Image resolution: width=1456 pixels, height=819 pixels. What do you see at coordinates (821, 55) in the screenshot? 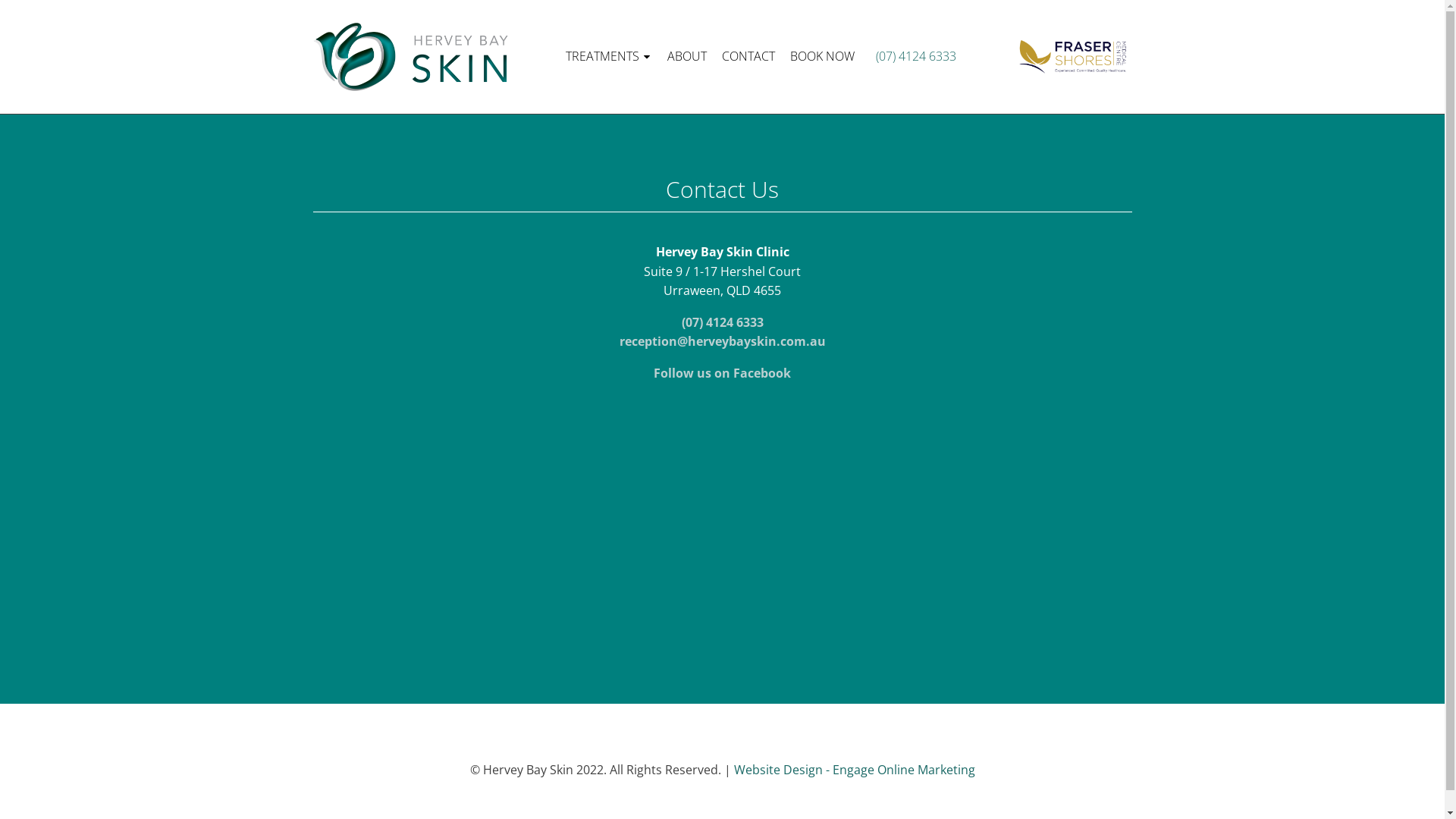
I see `'BOOK NOW'` at bounding box center [821, 55].